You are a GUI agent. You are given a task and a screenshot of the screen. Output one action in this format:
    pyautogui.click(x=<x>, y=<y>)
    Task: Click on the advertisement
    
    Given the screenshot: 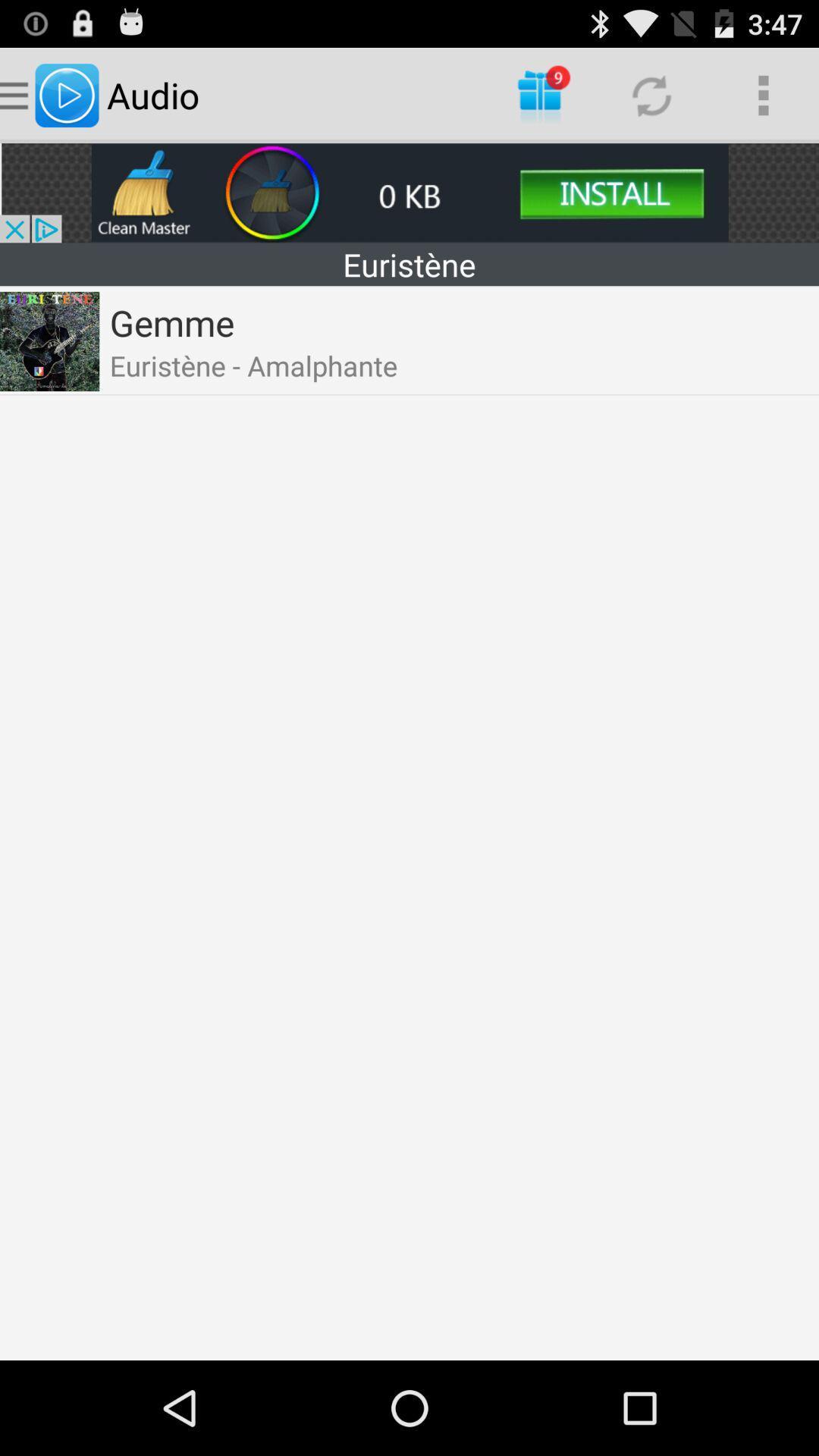 What is the action you would take?
    pyautogui.click(x=409, y=192)
    